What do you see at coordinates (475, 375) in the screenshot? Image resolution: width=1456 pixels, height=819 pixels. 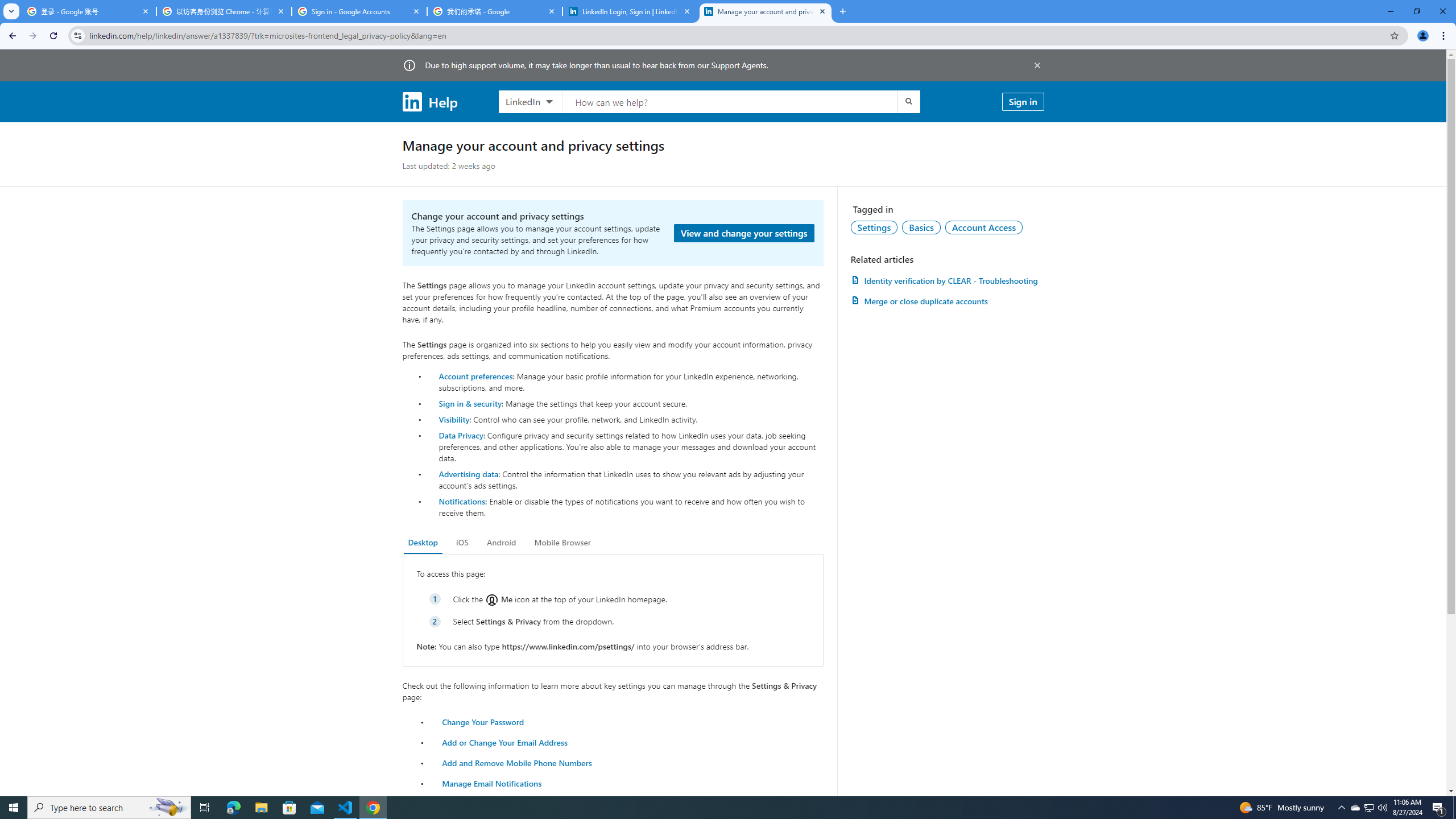 I see `'Account preferences'` at bounding box center [475, 375].